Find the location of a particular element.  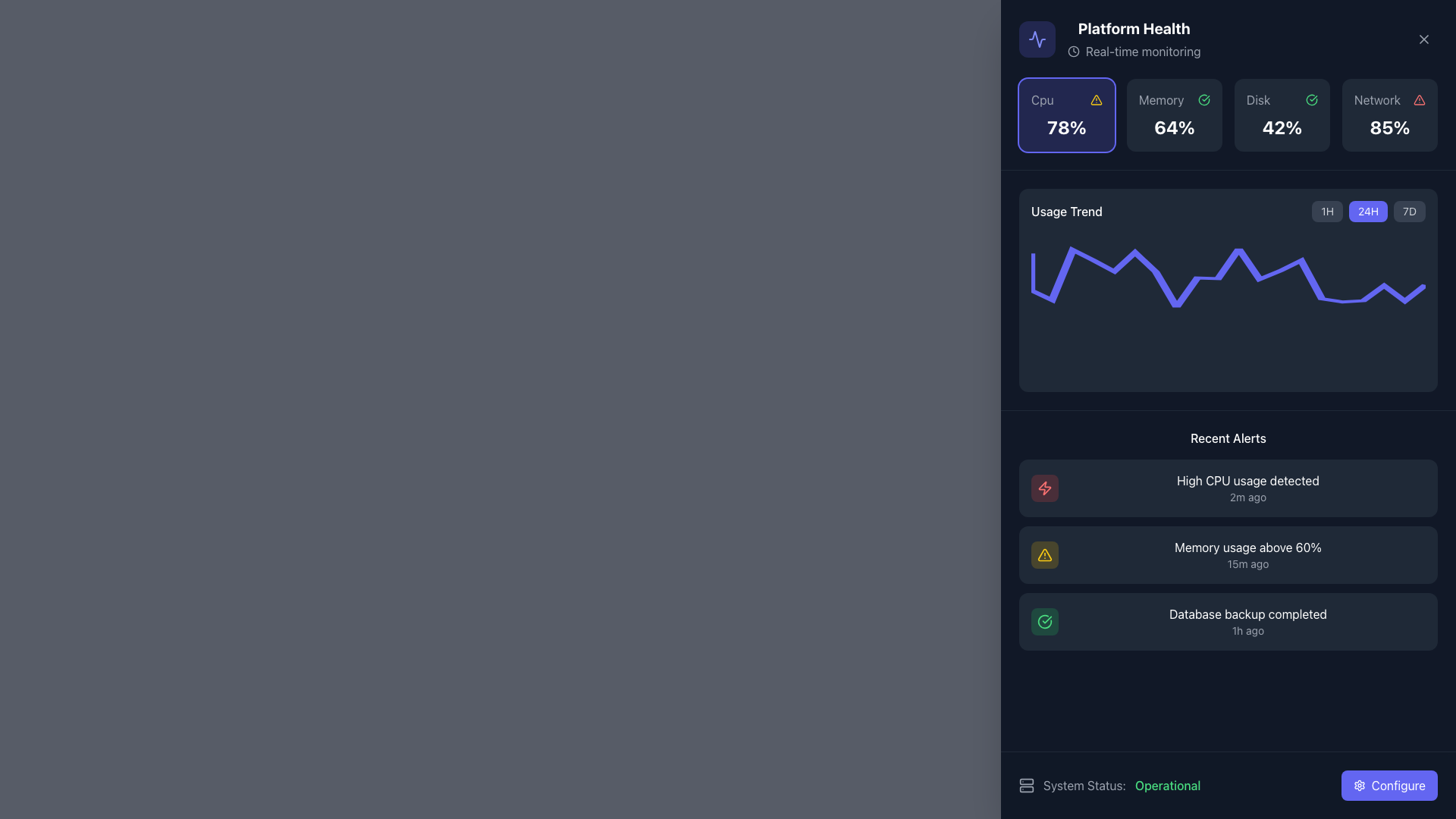

the circular green checkmark icon indicating a successful state, located next to the 'Memory' metric in the 'Platform Health' section is located at coordinates (1203, 99).